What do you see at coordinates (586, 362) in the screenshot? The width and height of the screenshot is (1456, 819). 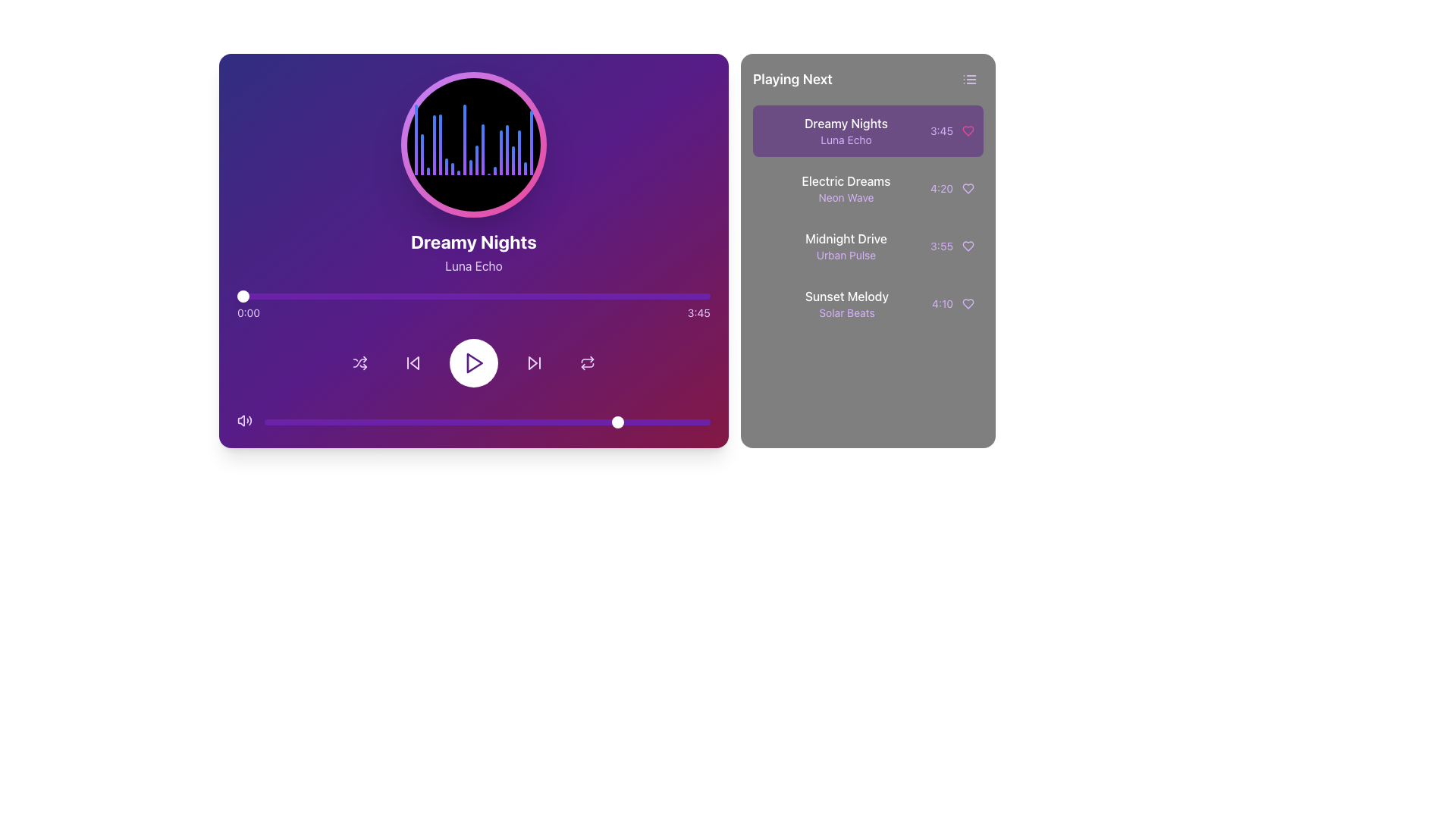 I see `the vibrant purple button with a circular loop icon located in the music player control panel, immediately to the right of the main play button` at bounding box center [586, 362].